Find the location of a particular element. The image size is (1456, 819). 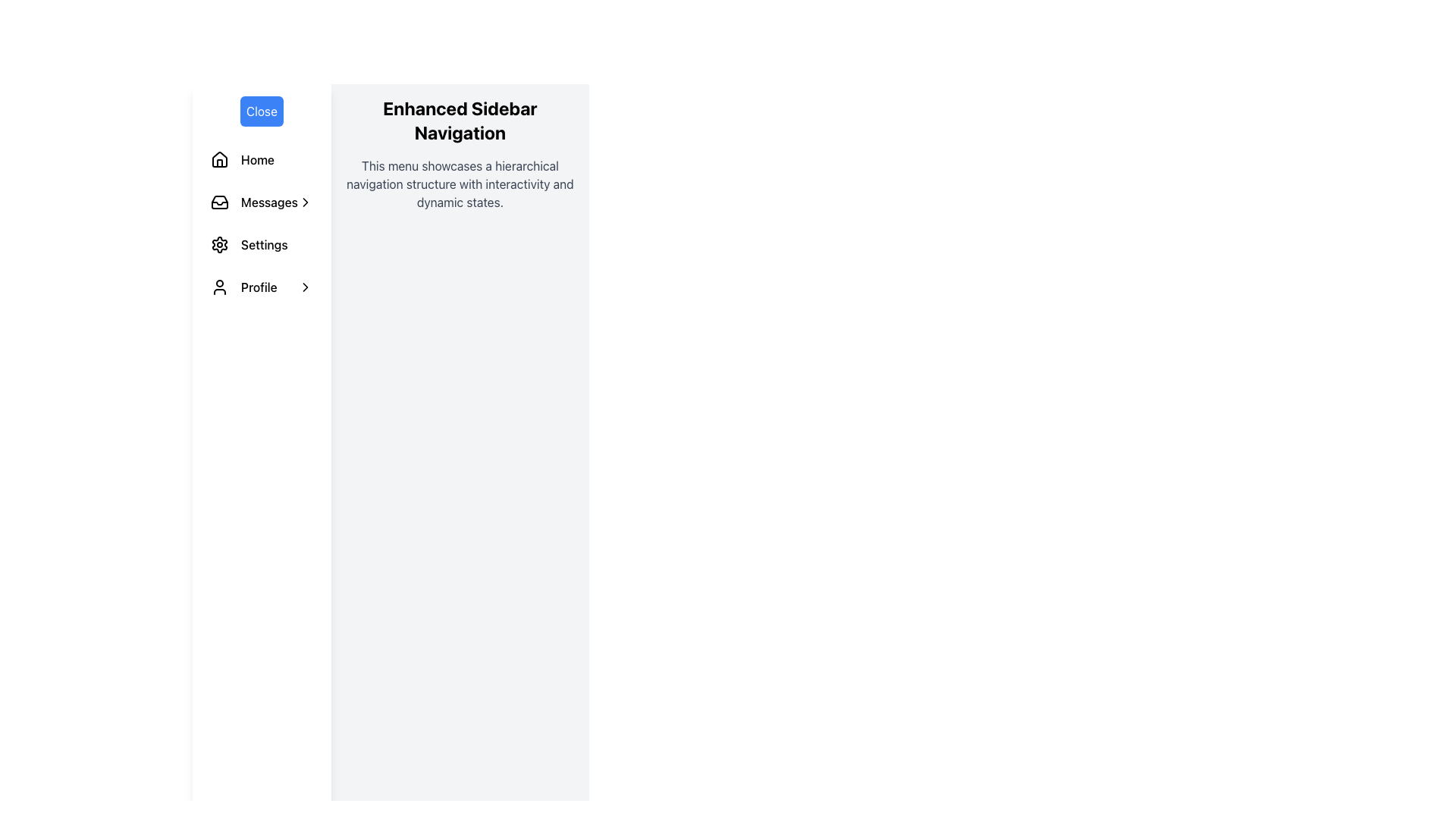

the inbox icon located in the navigation sidebar, which is positioned to the immediate left of the 'Messages' label is located at coordinates (218, 201).